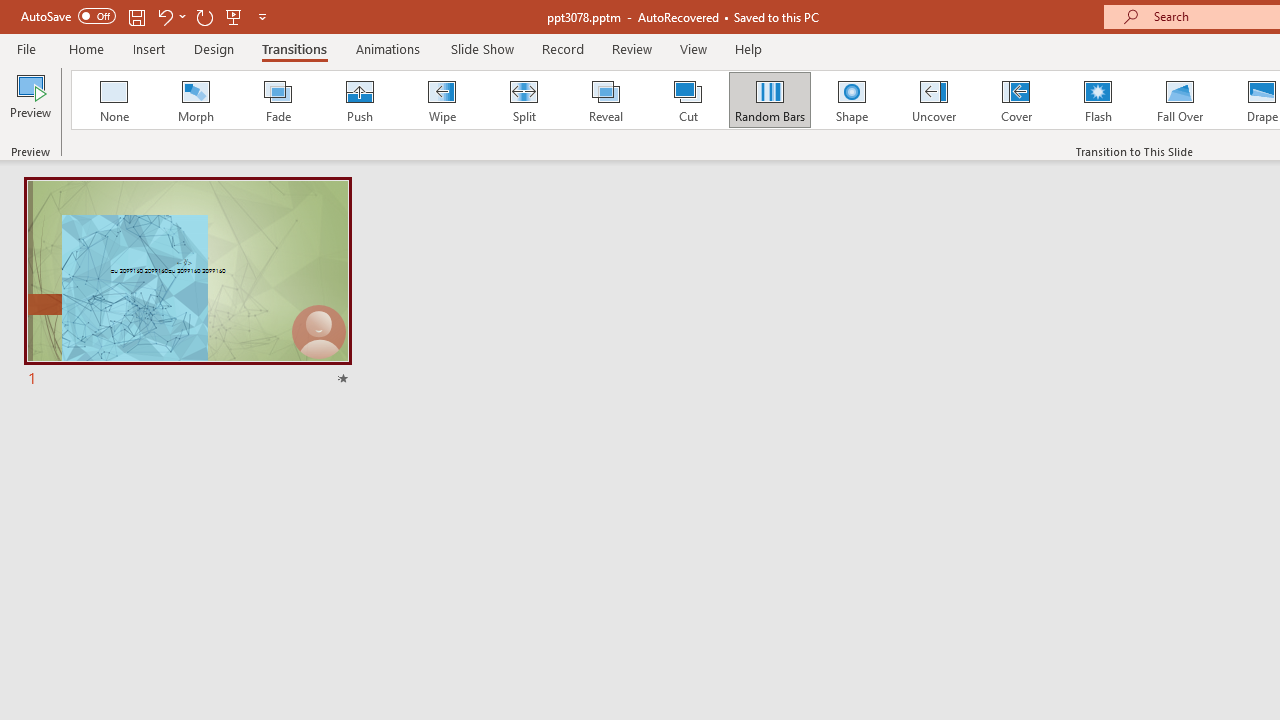 Image resolution: width=1280 pixels, height=720 pixels. I want to click on 'Fall Over', so click(1180, 100).